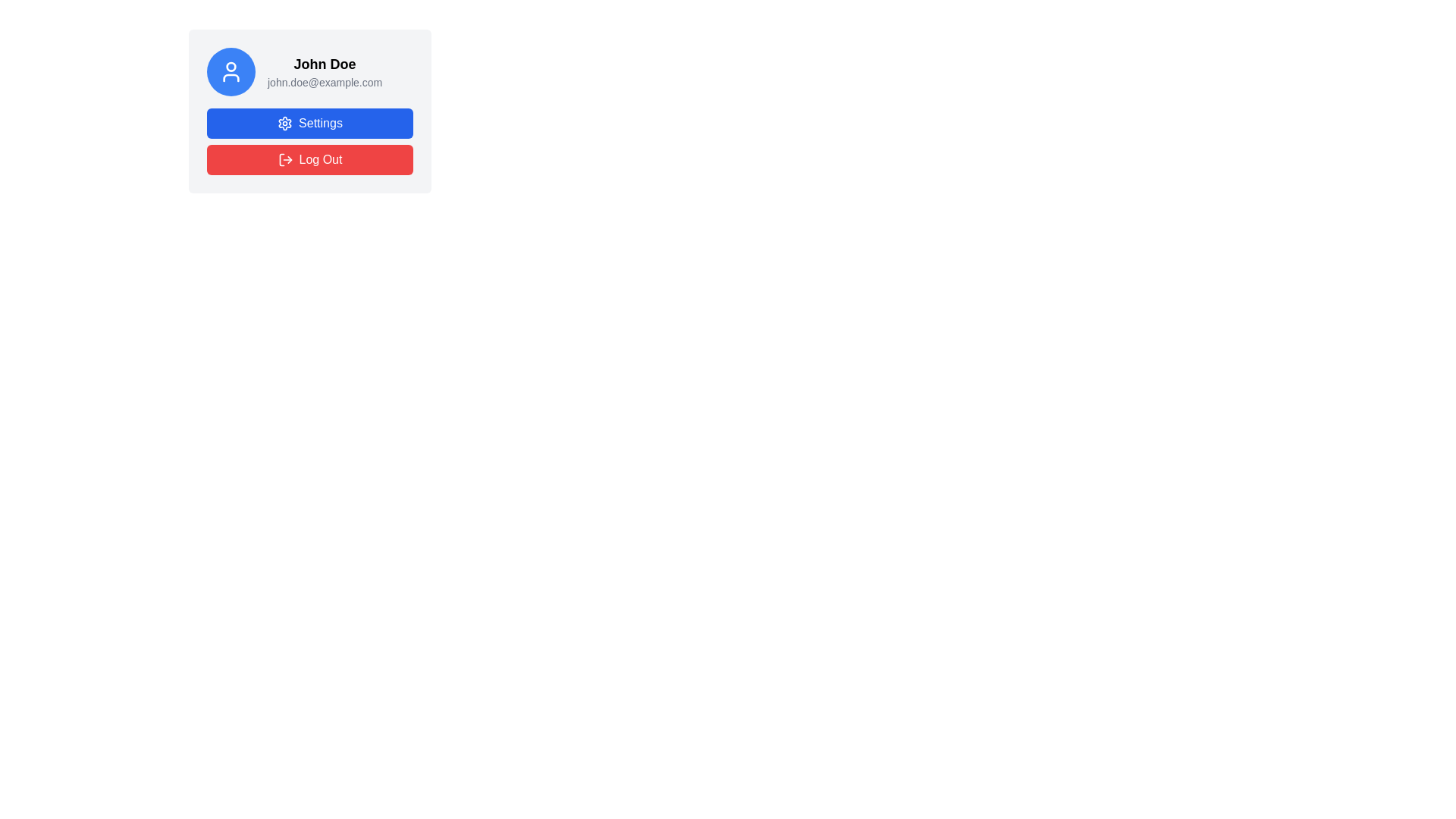 Image resolution: width=1456 pixels, height=819 pixels. I want to click on the decorative graphical element representing the lower part of the user icon in the user profile panel, so click(231, 78).